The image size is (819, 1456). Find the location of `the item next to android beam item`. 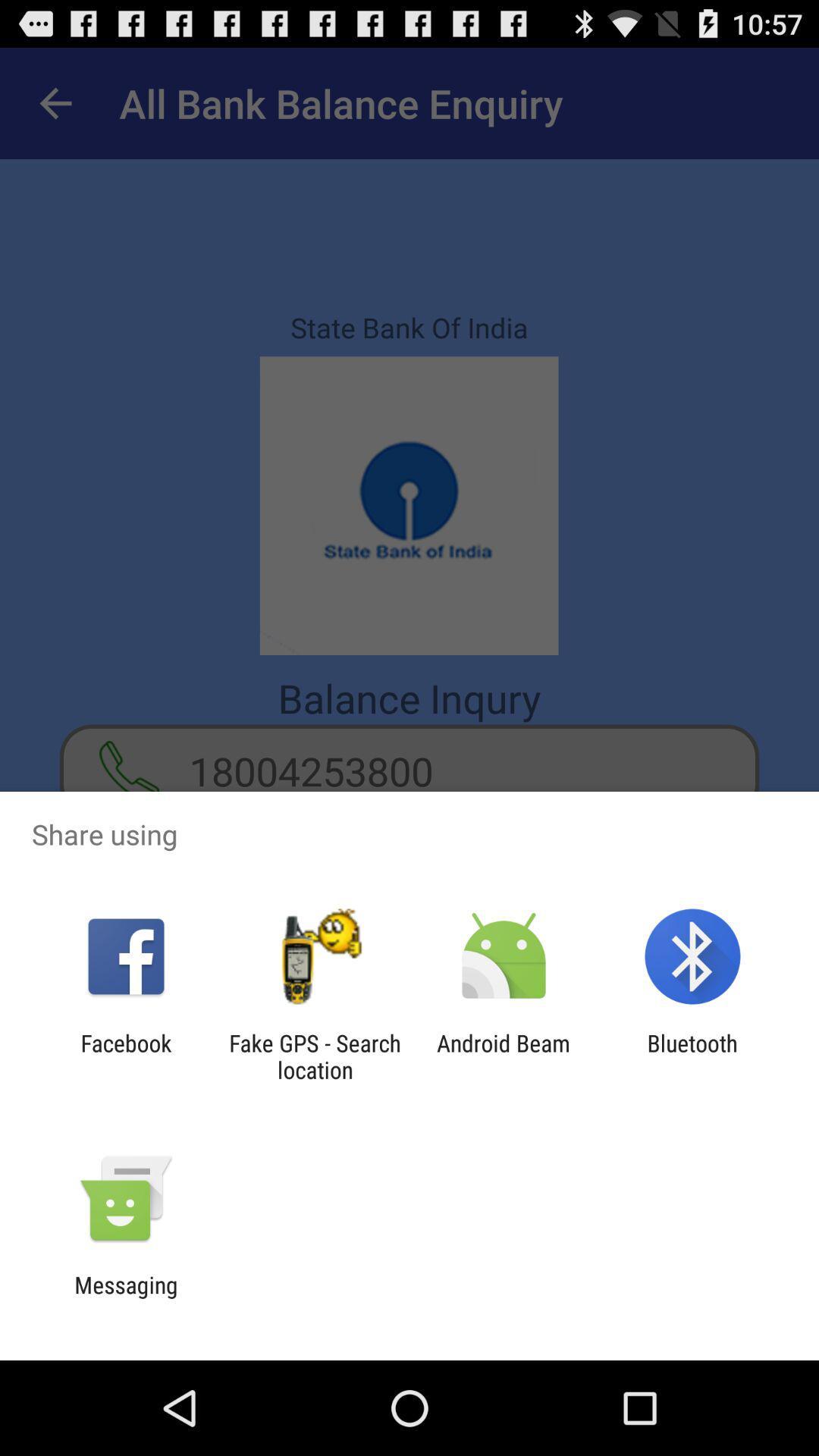

the item next to android beam item is located at coordinates (314, 1056).